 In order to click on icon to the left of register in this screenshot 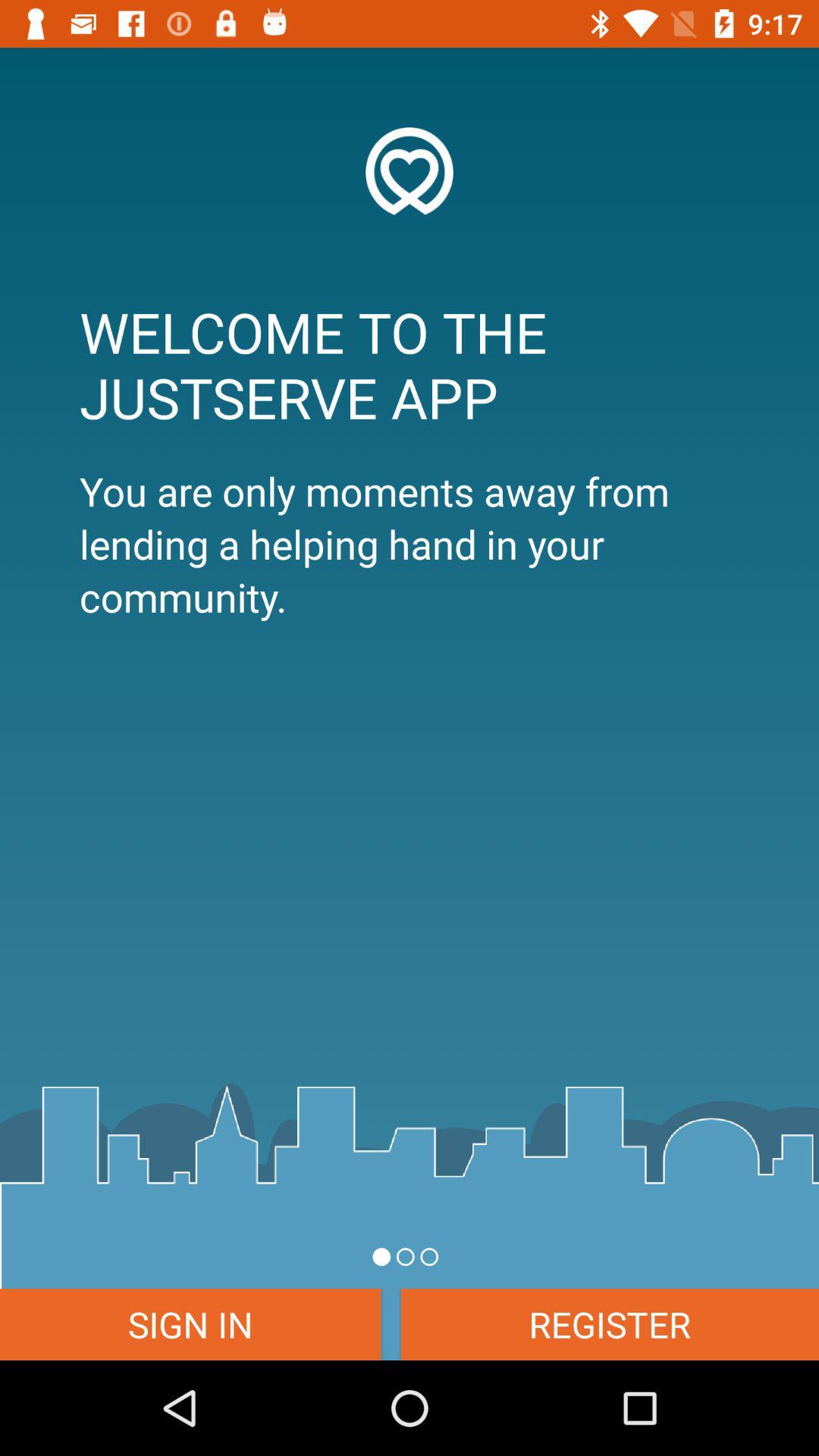, I will do `click(190, 1323)`.